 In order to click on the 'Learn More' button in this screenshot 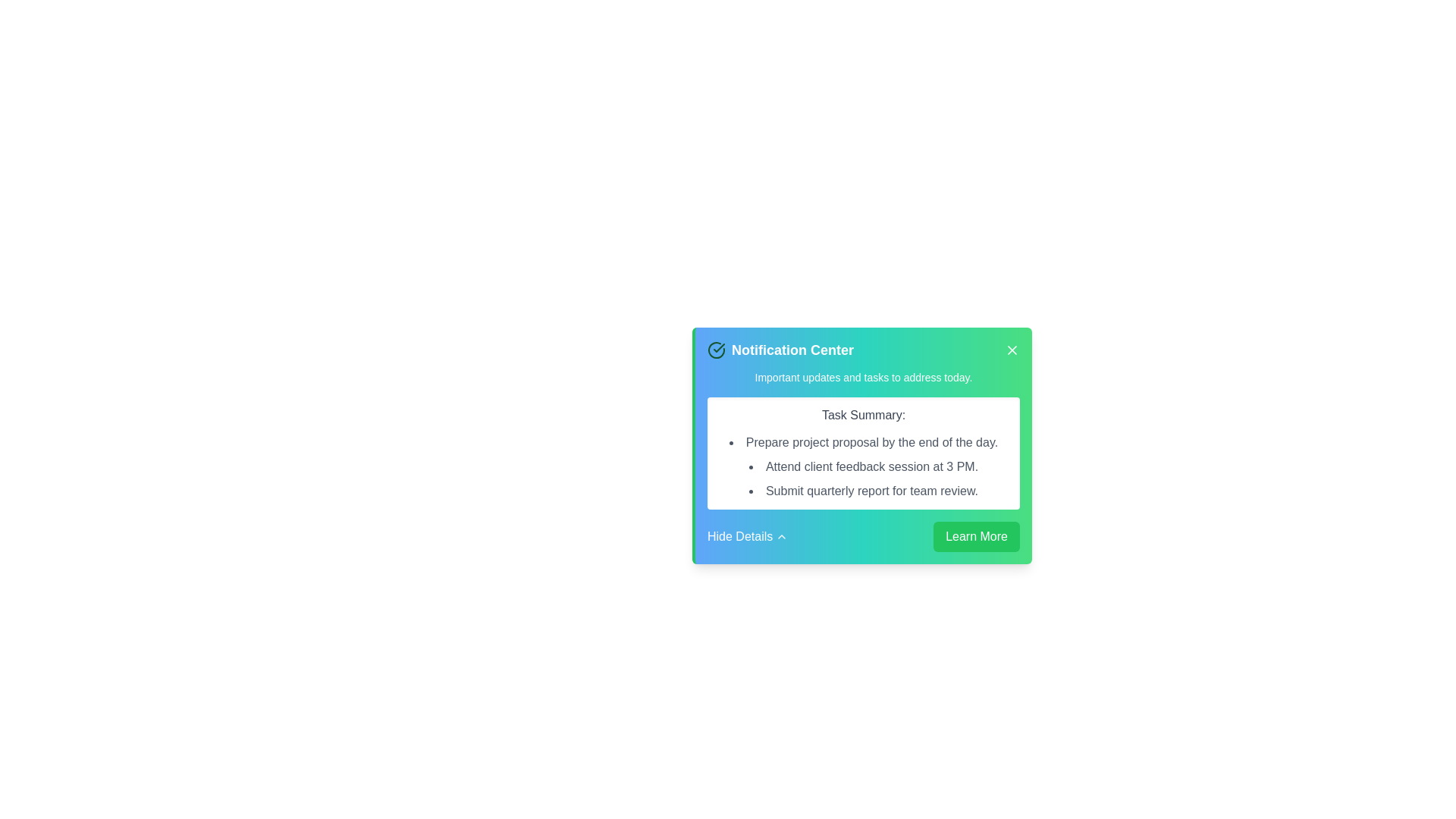, I will do `click(977, 536)`.